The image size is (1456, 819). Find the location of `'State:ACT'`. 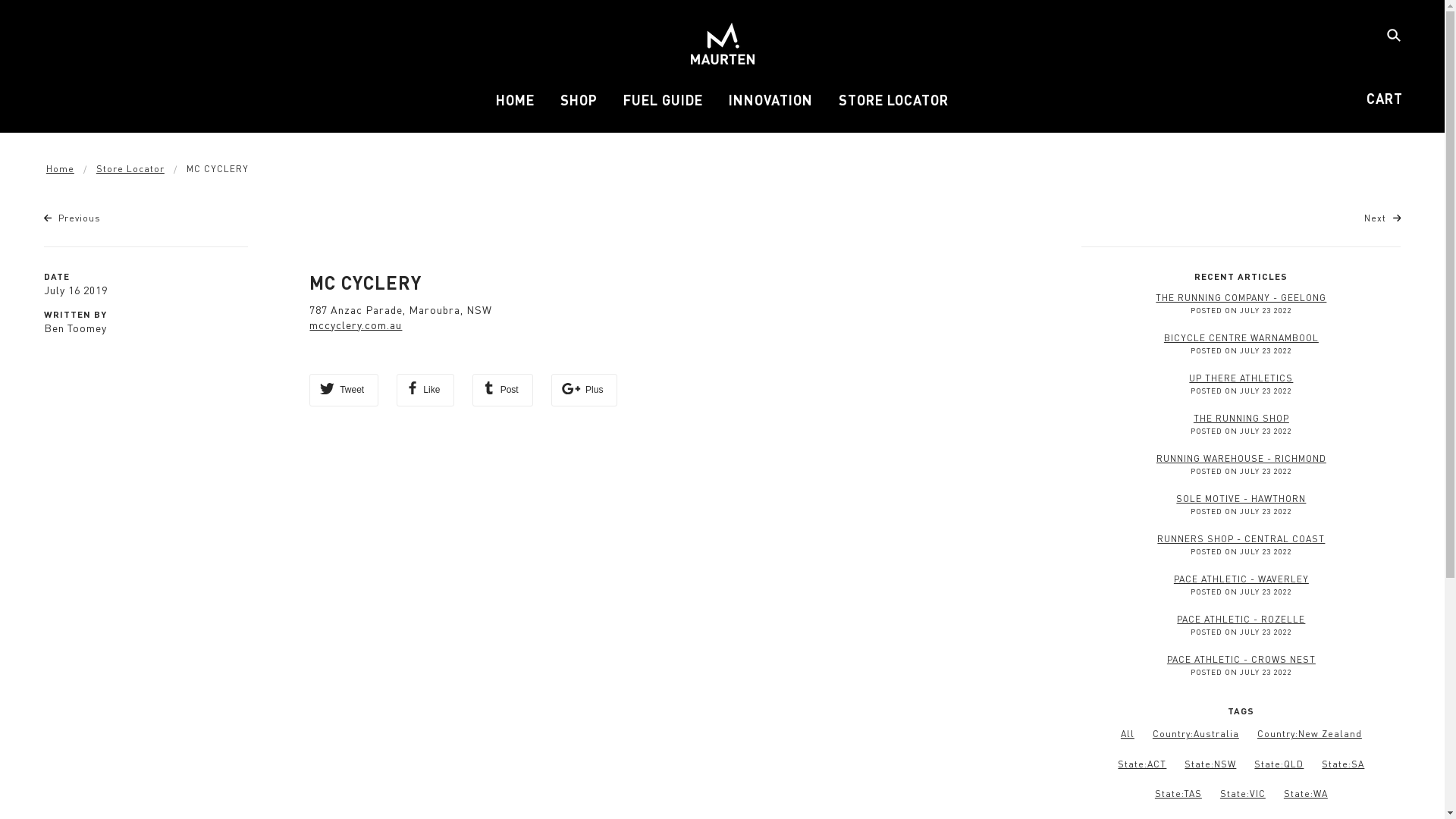

'State:ACT' is located at coordinates (1117, 764).